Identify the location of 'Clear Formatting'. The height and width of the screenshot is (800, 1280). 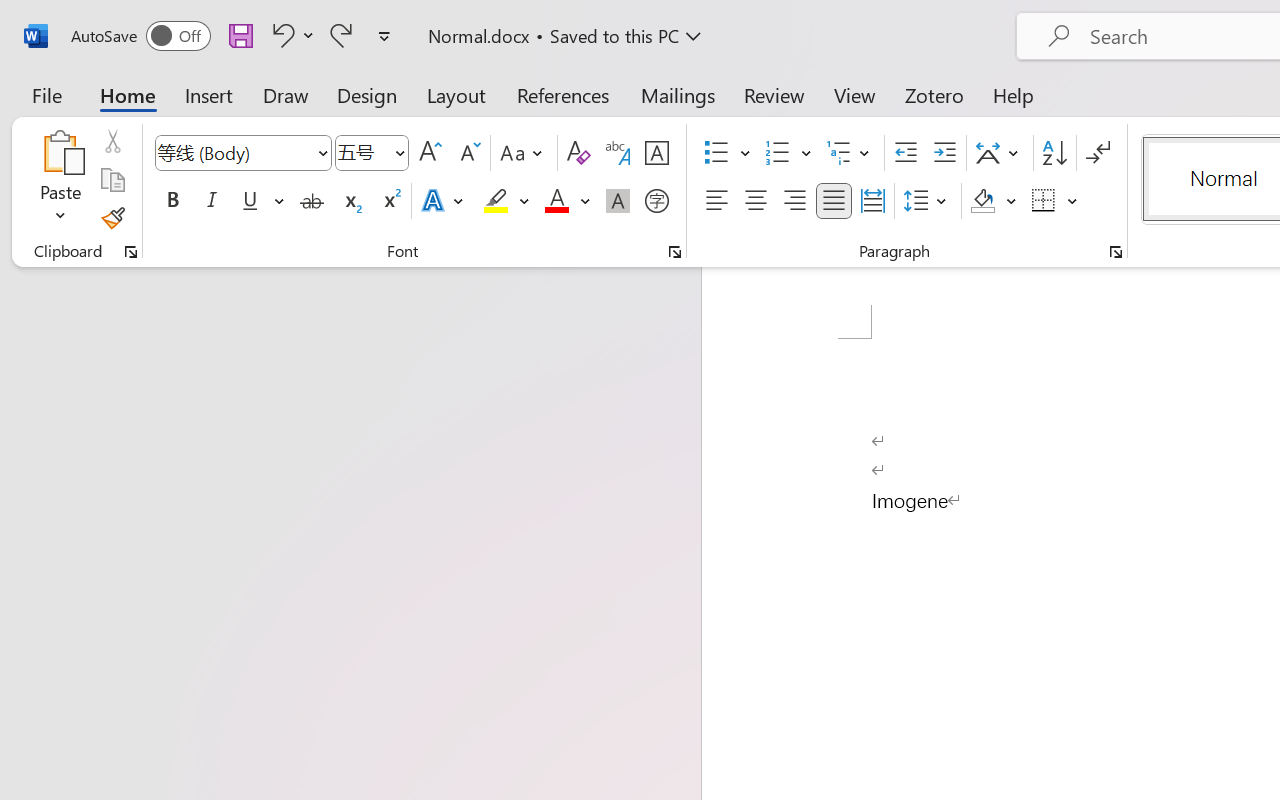
(577, 153).